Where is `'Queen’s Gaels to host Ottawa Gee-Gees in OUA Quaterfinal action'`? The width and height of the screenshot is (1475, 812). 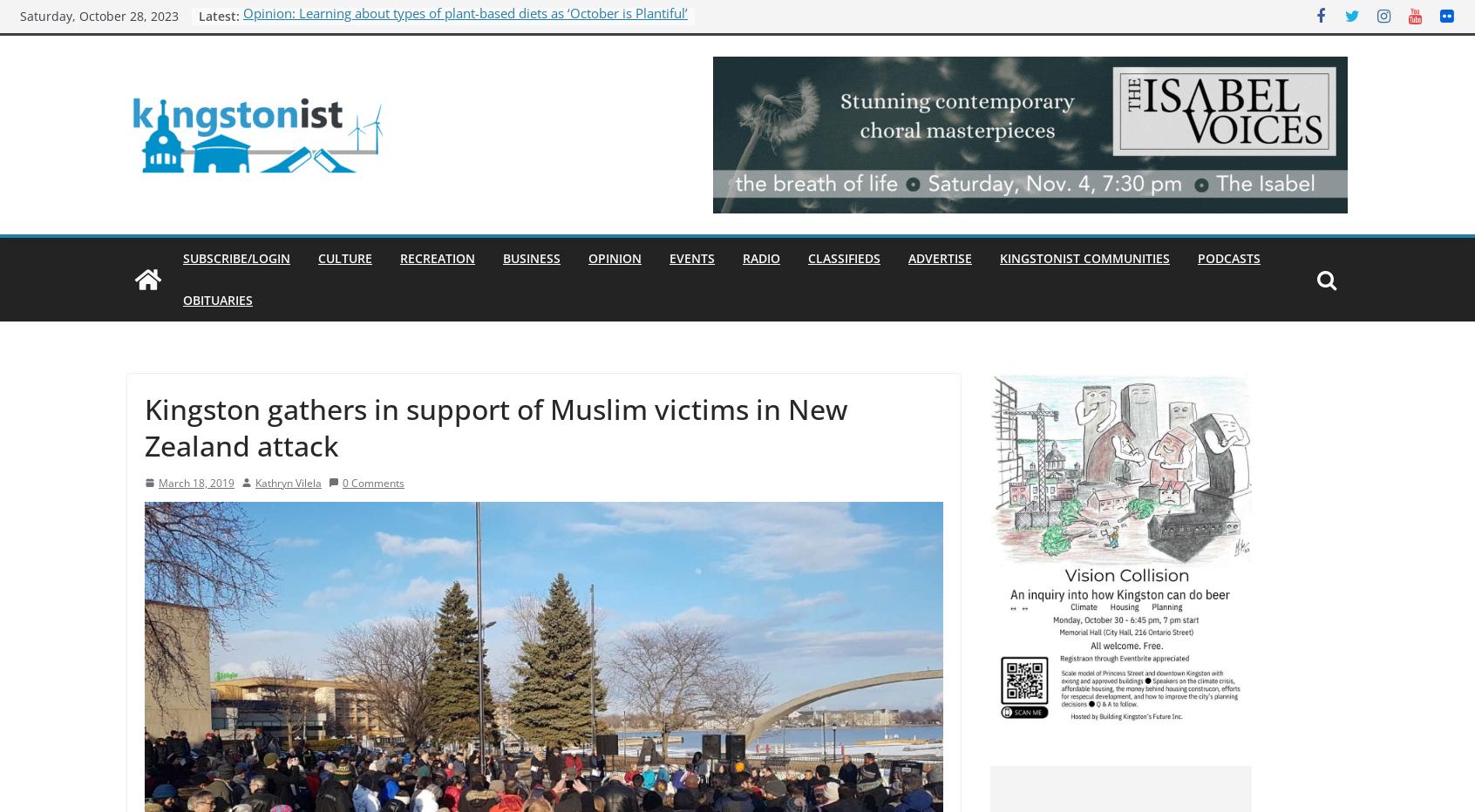 'Queen’s Gaels to host Ottawa Gee-Gees in OUA Quaterfinal action' is located at coordinates (441, 33).